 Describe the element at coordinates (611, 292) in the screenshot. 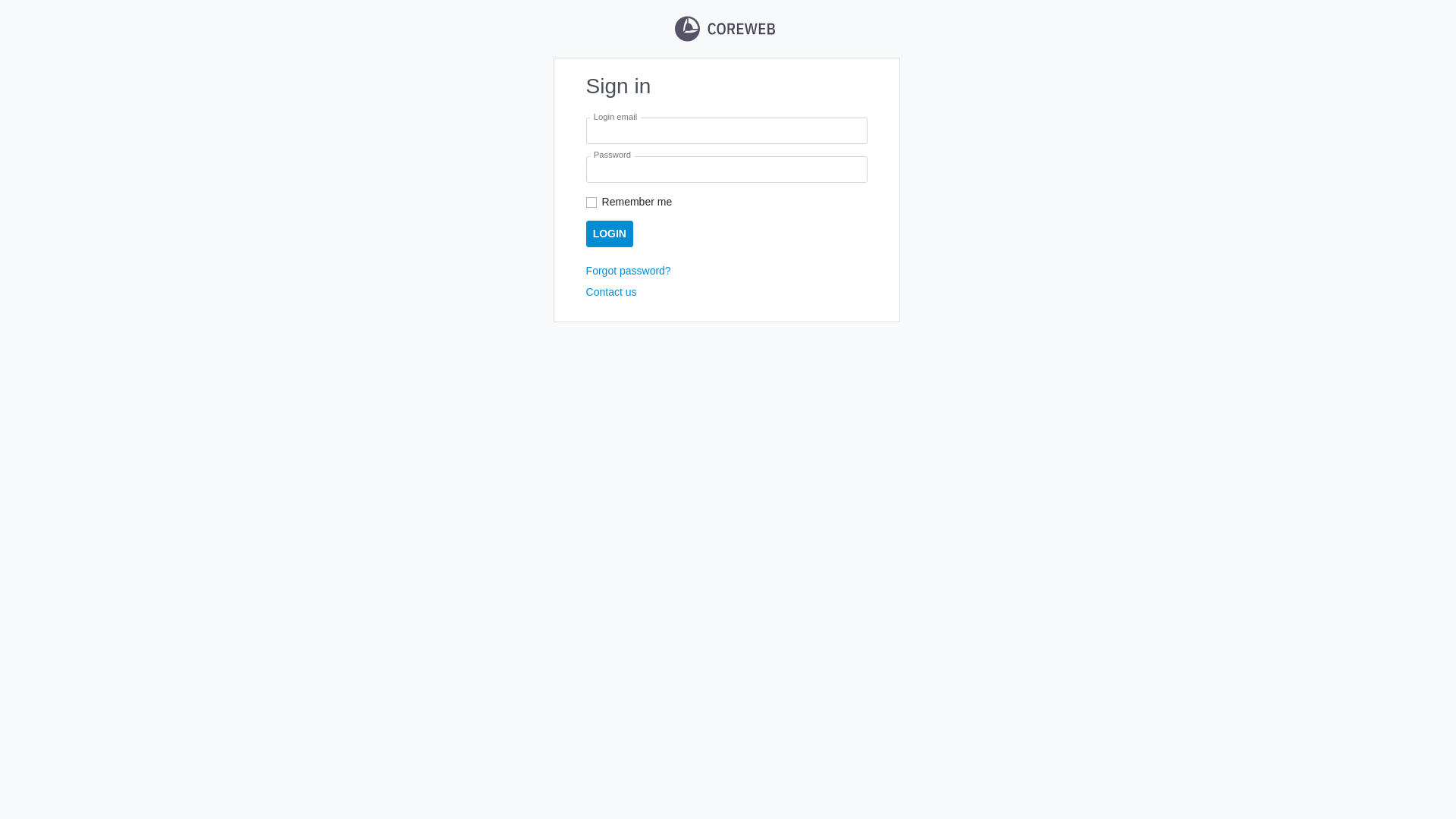

I see `'Contact us'` at that location.